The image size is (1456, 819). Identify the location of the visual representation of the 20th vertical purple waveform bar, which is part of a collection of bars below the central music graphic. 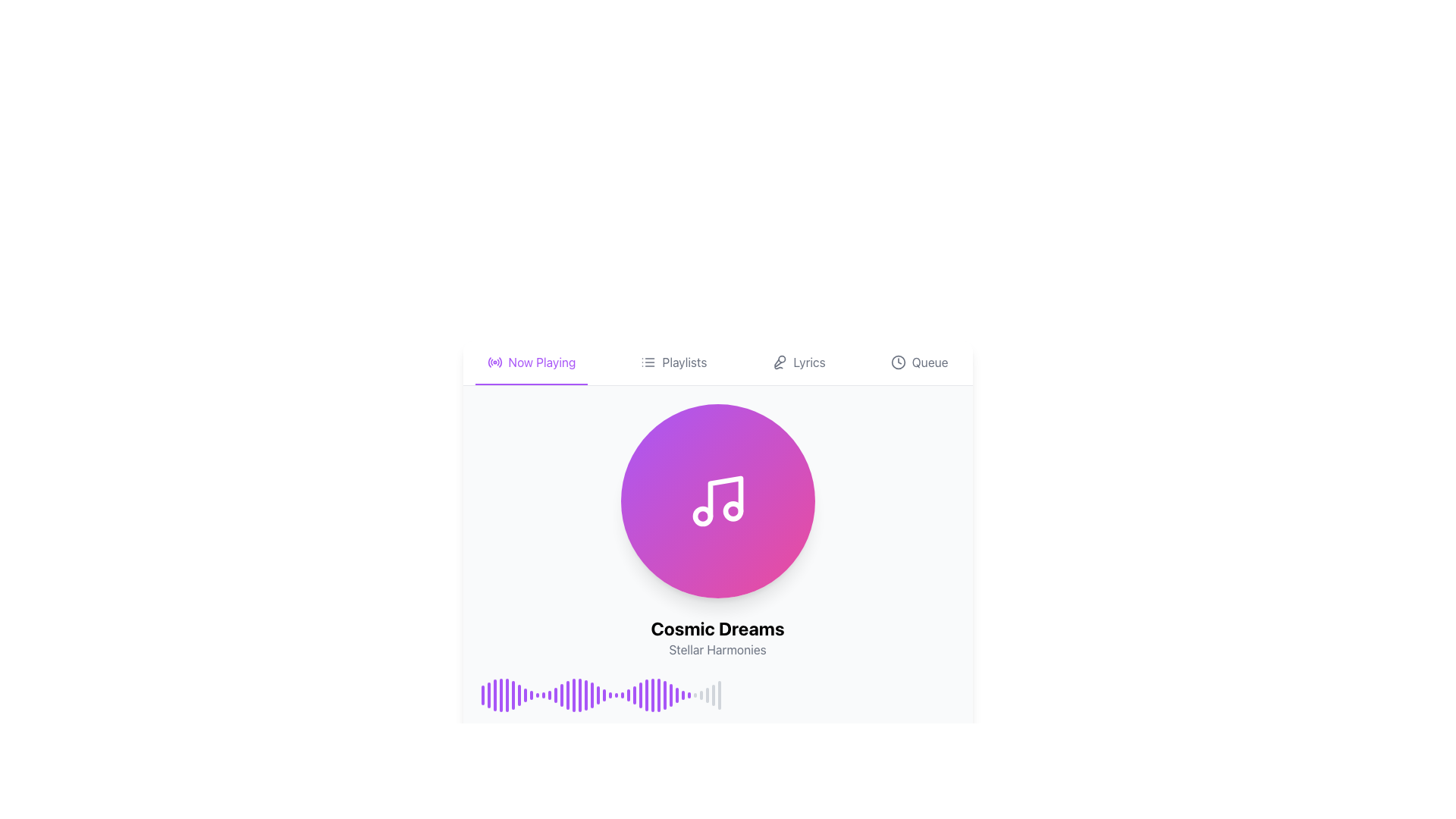
(597, 695).